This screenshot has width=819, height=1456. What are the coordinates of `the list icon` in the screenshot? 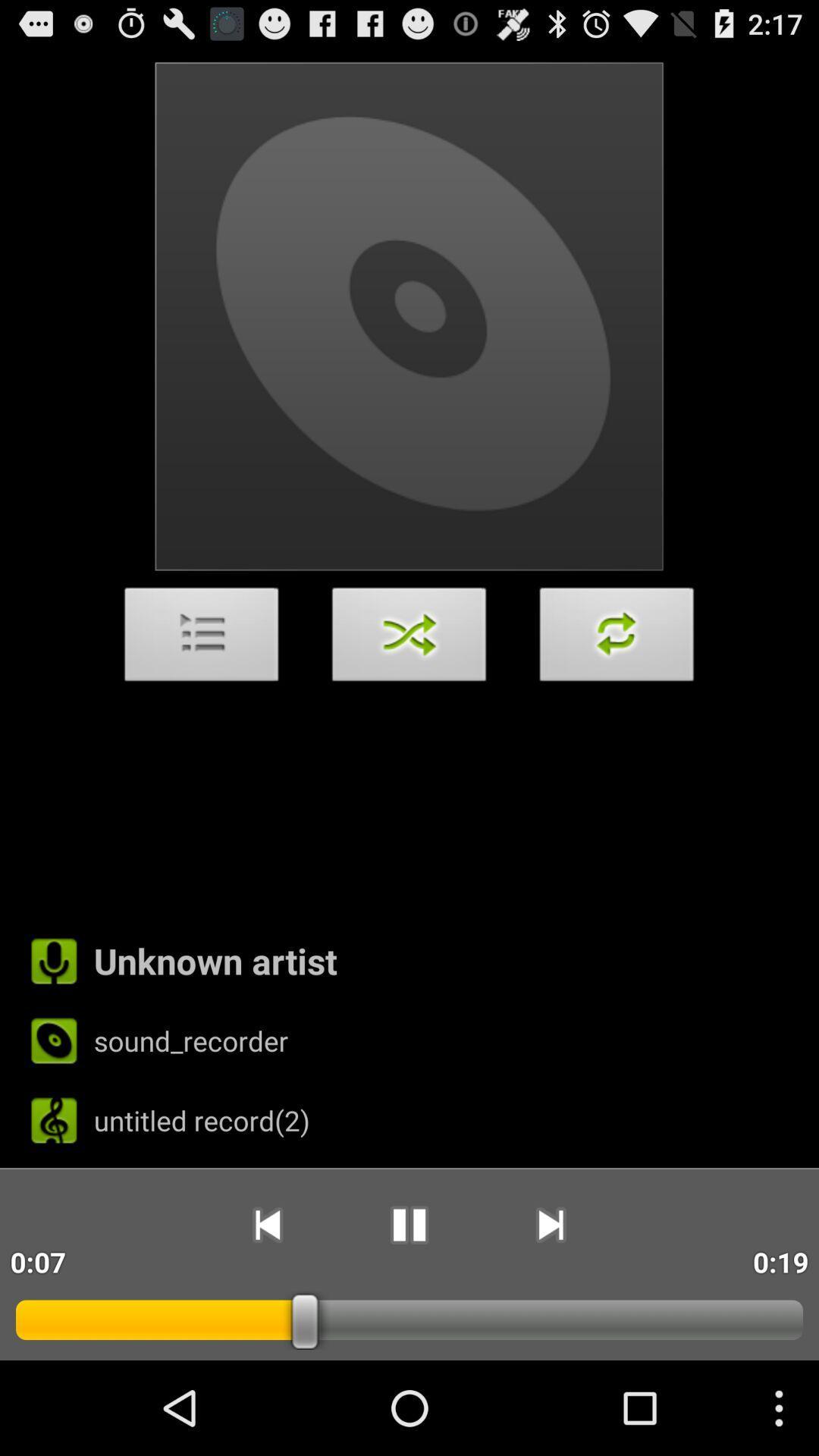 It's located at (201, 682).